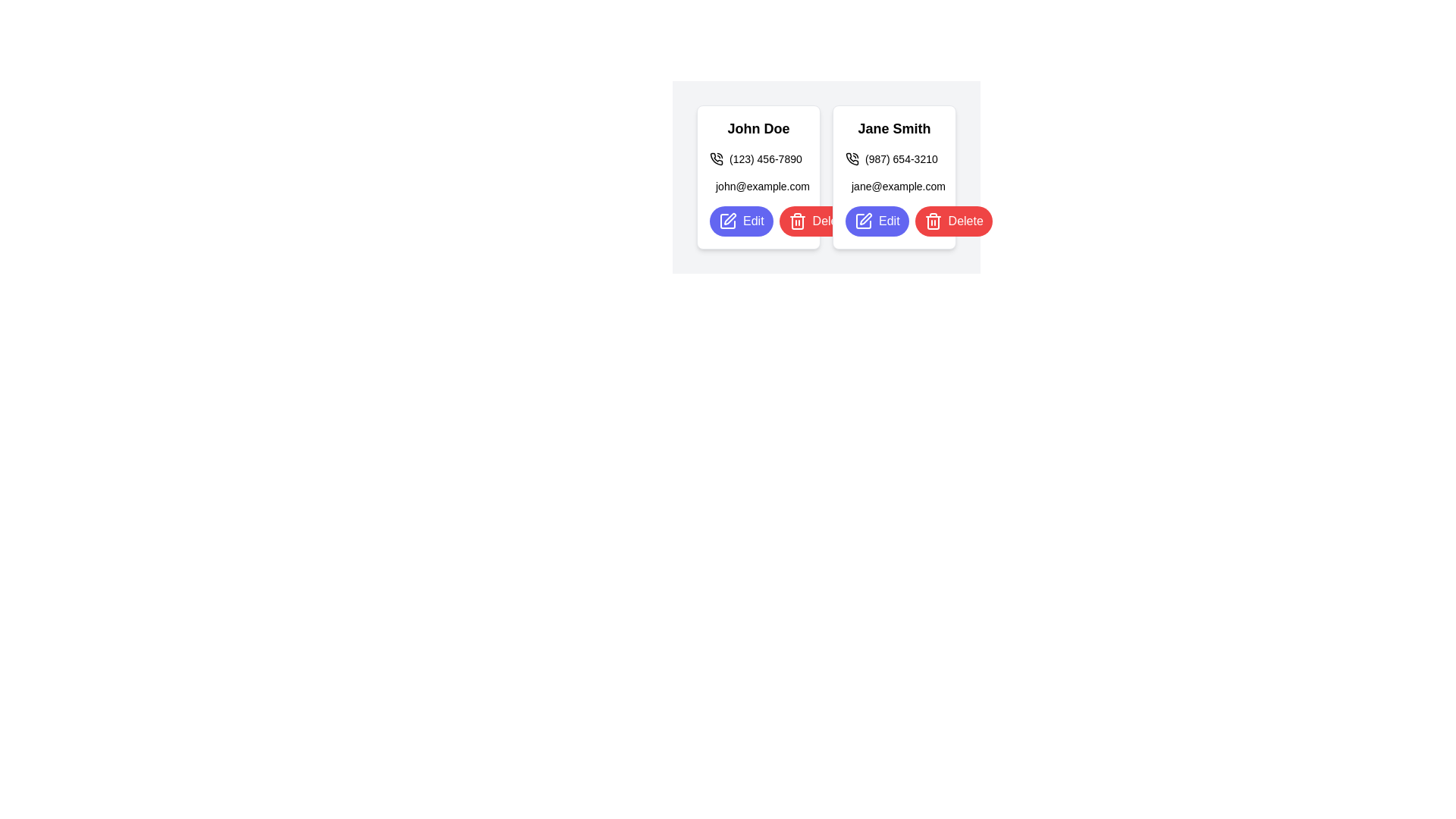 The width and height of the screenshot is (1456, 819). What do you see at coordinates (894, 186) in the screenshot?
I see `the static text display showing the email address 'jane@example.com', which is located below the phone number of 'Jane Smith' and above the 'Edit' and 'Delete' buttons` at bounding box center [894, 186].